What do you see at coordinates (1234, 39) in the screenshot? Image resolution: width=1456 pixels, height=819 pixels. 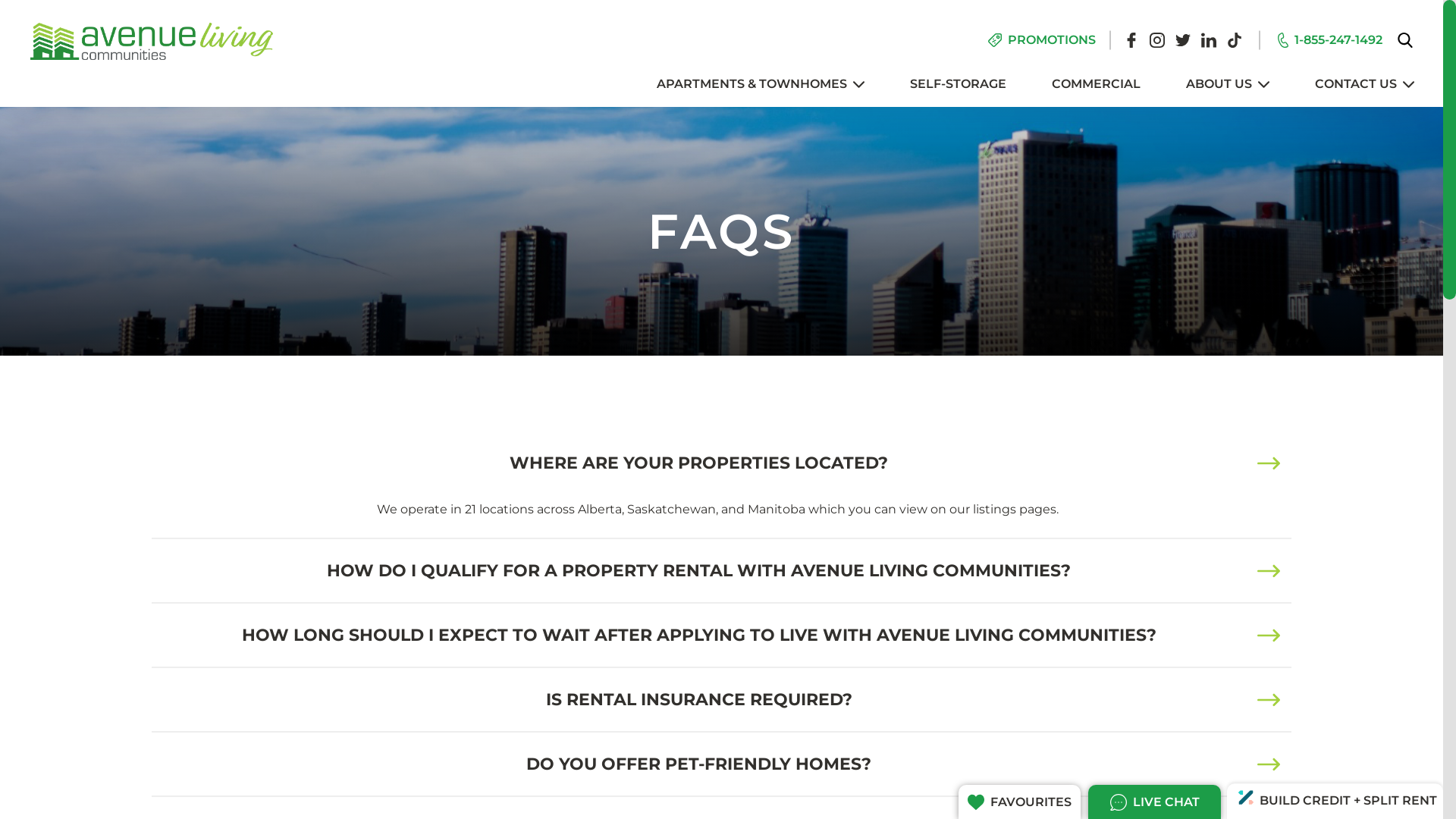 I see `'Tiktok'` at bounding box center [1234, 39].